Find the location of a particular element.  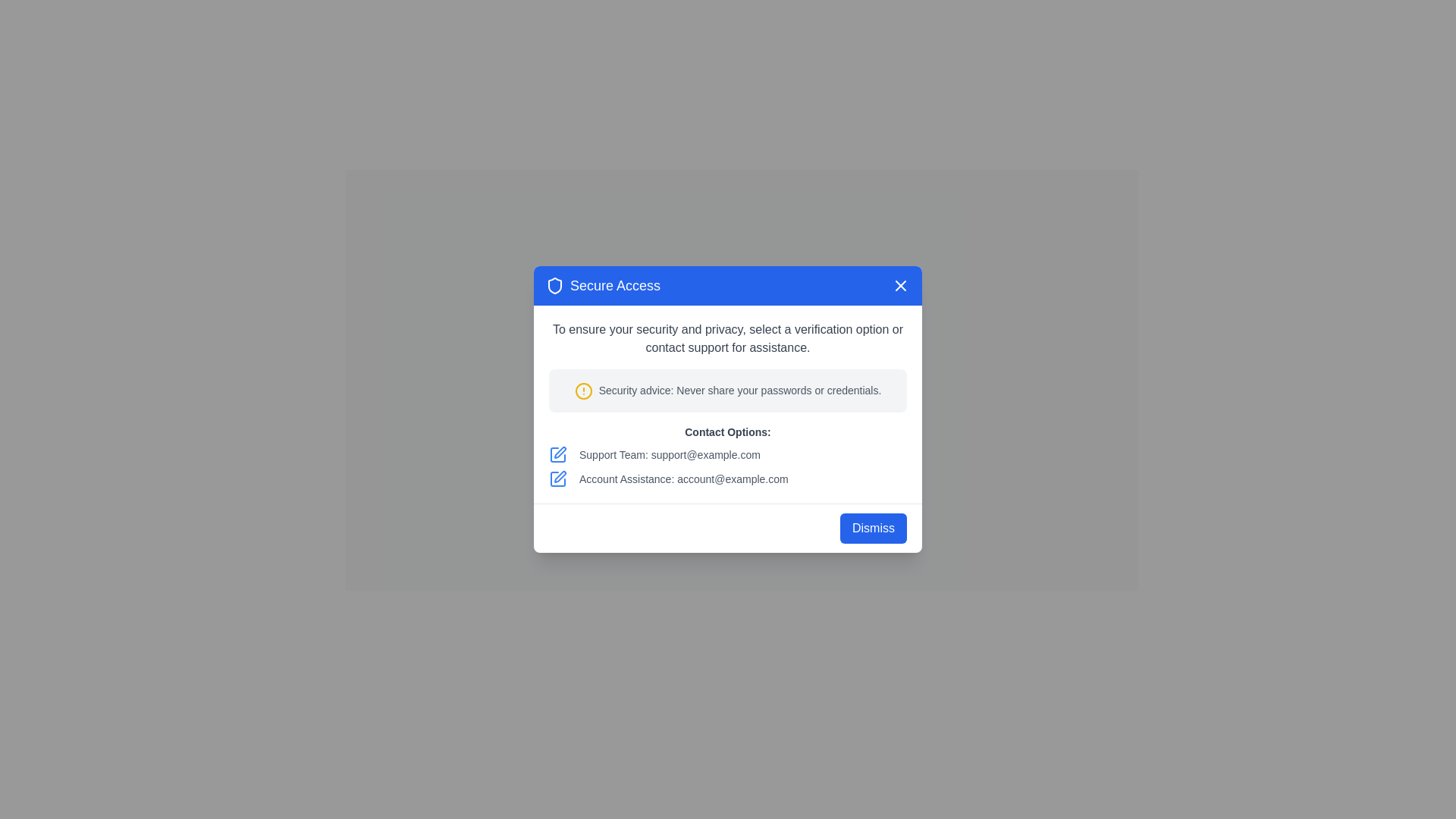

the text block that provides contact information, specifically the email address for account assistance located at the bottom-right portion of the modal beneath the 'Support Team: support@example.com' section is located at coordinates (682, 479).